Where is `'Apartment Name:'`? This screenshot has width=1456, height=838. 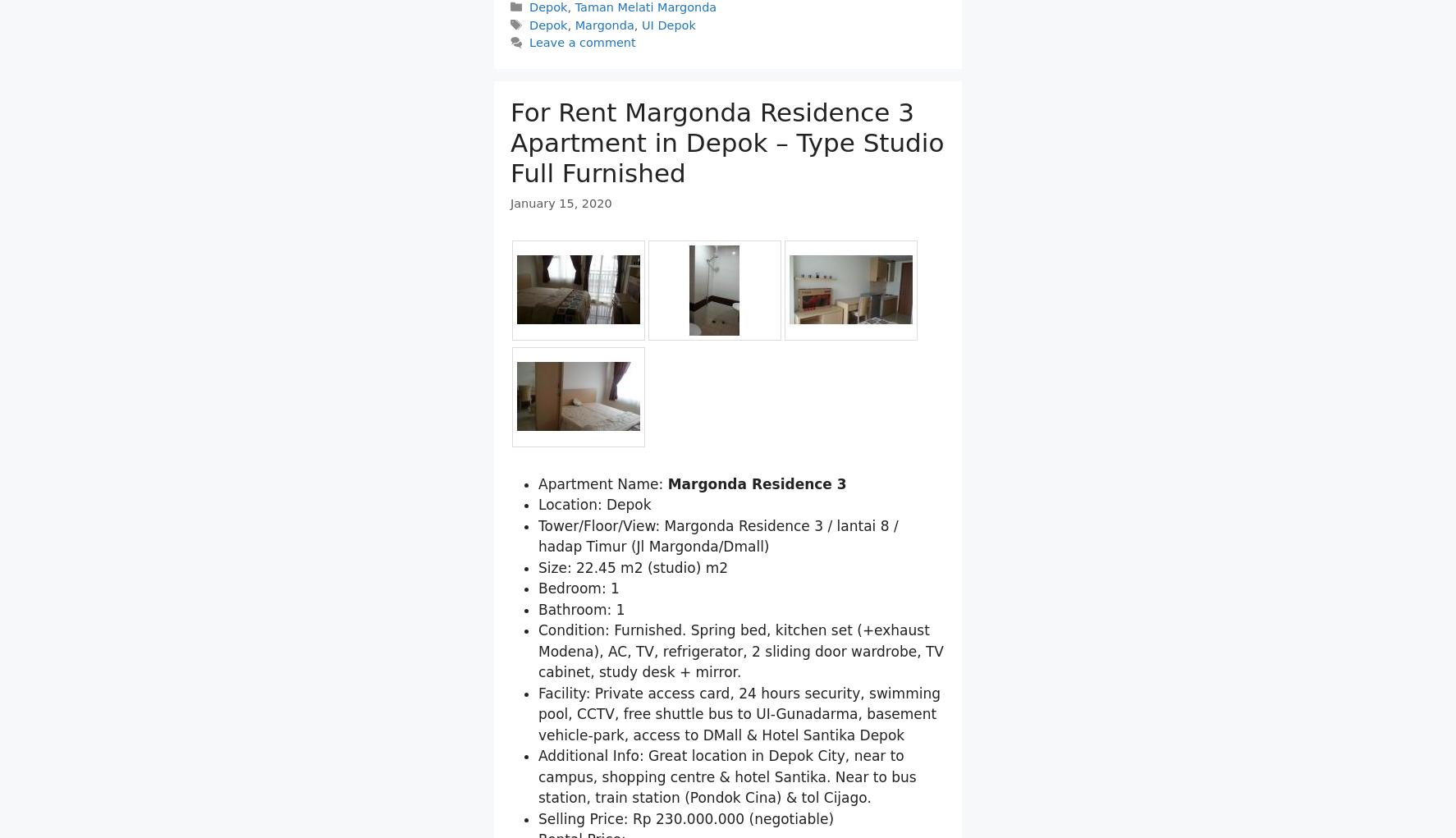 'Apartment Name:' is located at coordinates (602, 568).